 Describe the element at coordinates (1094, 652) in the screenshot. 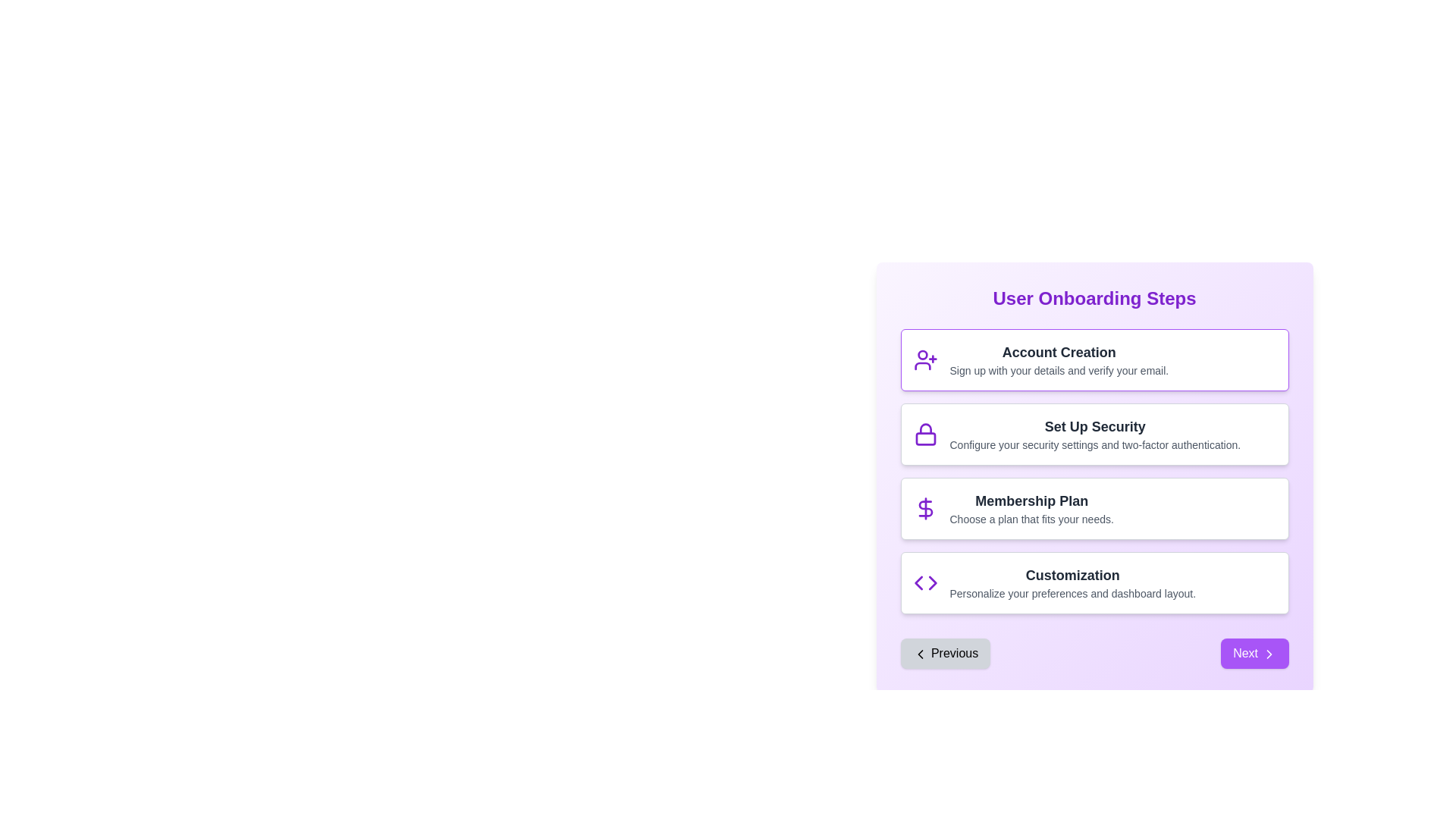

I see `the Navigation Button Group located at the bottom of the 'User Onboarding Steps' panel` at that location.